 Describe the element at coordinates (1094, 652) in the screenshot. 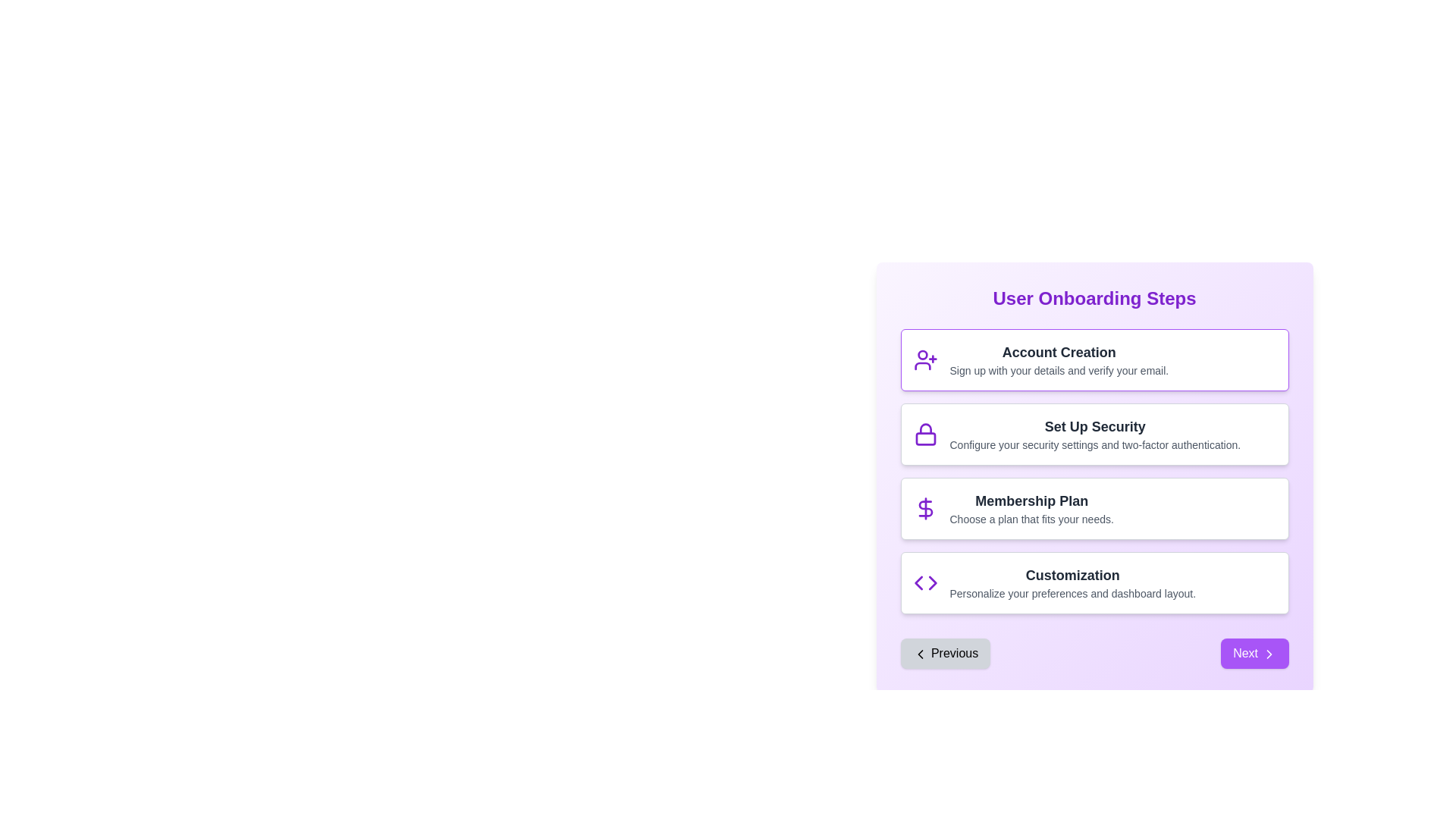

I see `the Navigation Button Group located at the bottom of the 'User Onboarding Steps' panel` at that location.